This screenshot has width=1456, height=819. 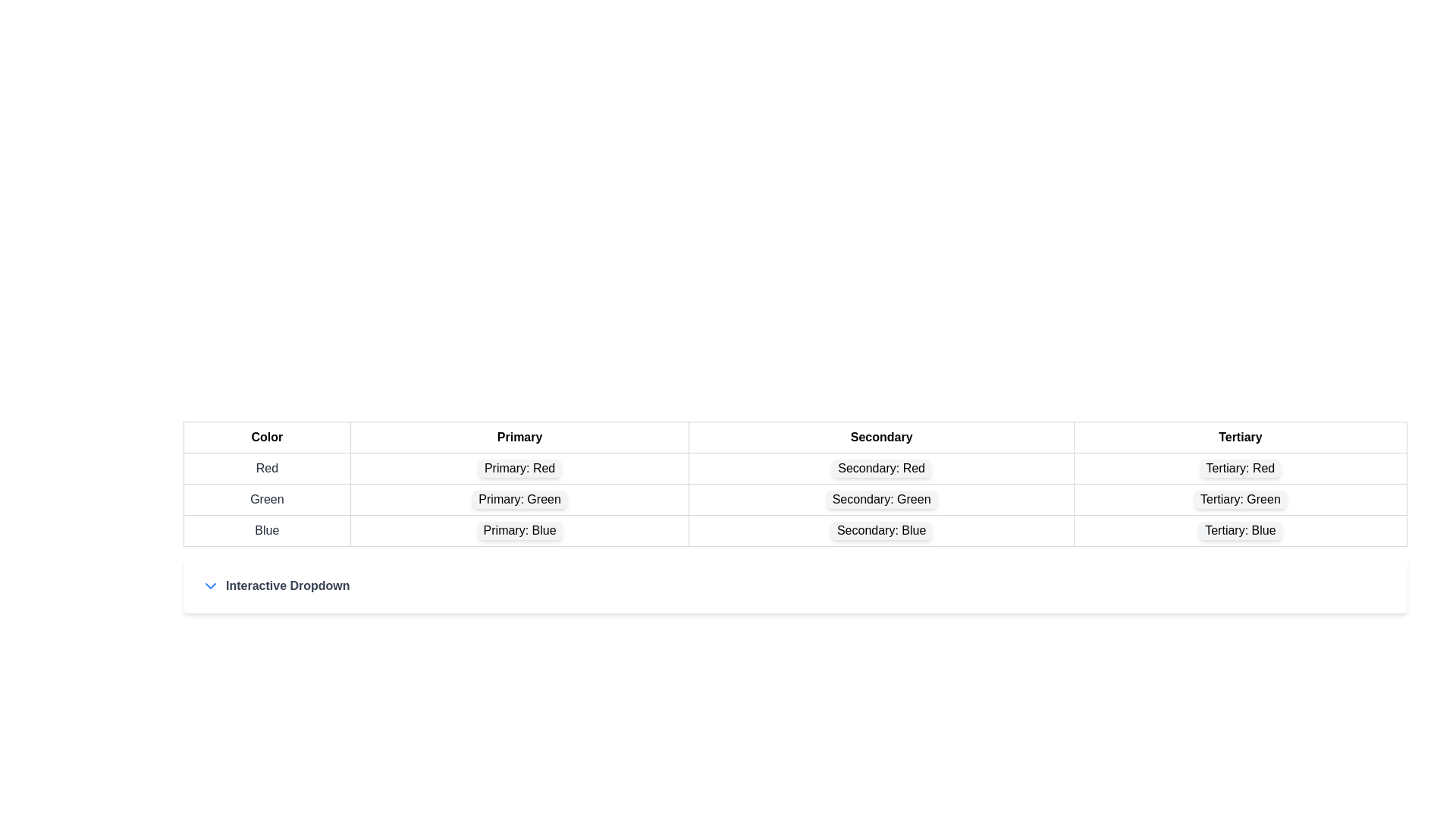 What do you see at coordinates (1240, 529) in the screenshot?
I see `the 'Tertiary' category label indicating 'Blue' in the last row of the table` at bounding box center [1240, 529].